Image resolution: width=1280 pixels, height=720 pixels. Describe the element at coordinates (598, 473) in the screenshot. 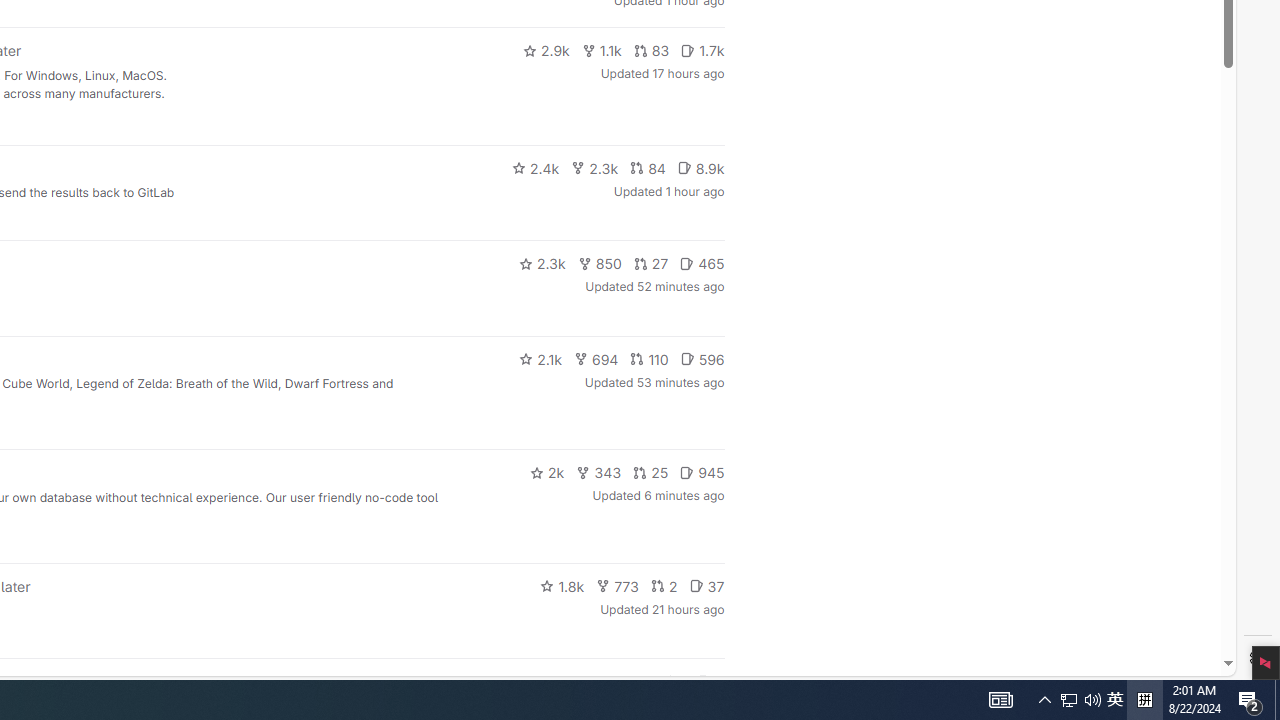

I see `'343'` at that location.